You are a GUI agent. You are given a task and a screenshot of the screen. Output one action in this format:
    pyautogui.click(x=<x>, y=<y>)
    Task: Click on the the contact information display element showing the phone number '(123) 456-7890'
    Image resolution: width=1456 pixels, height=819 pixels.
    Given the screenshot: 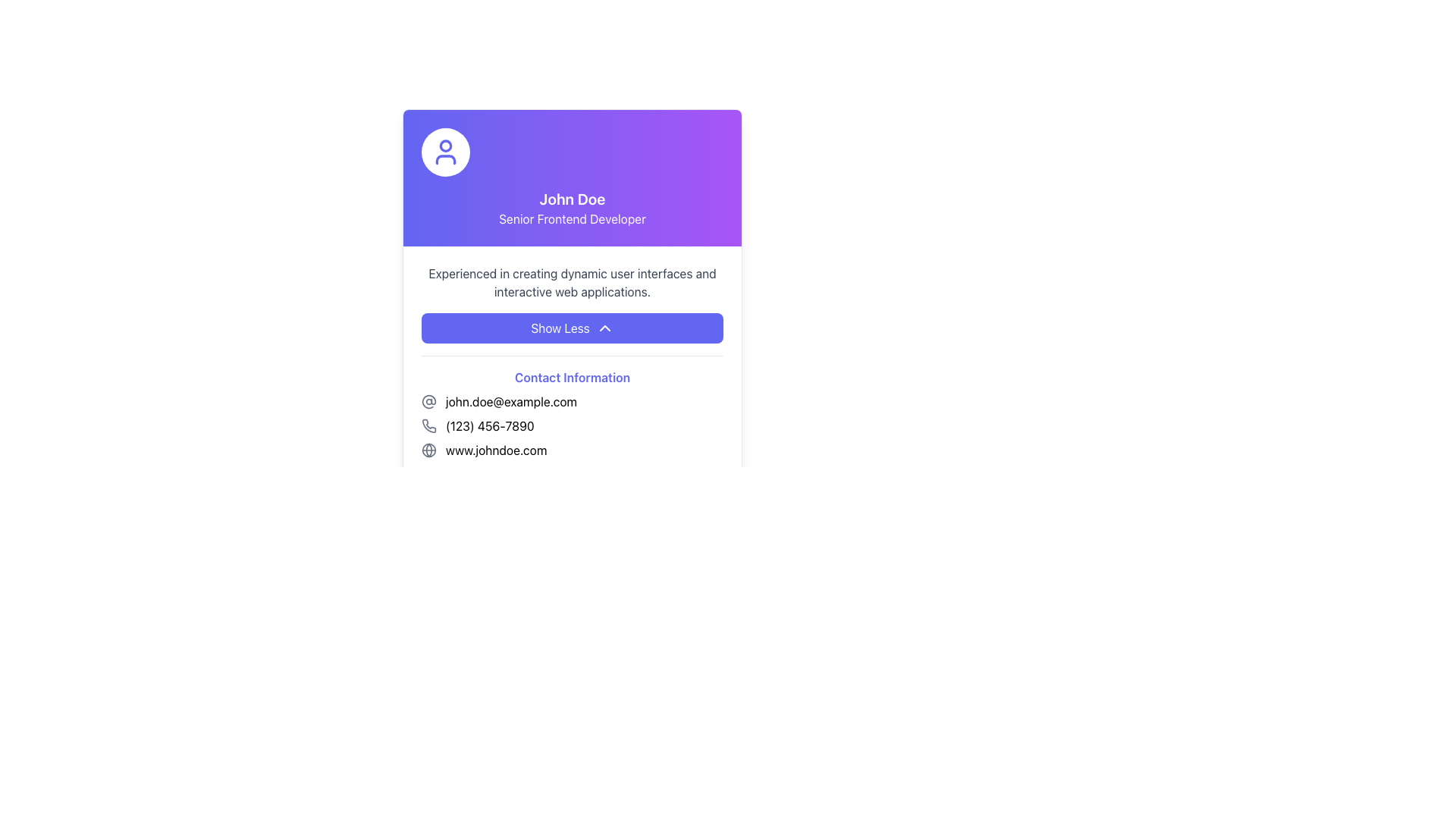 What is the action you would take?
    pyautogui.click(x=571, y=426)
    